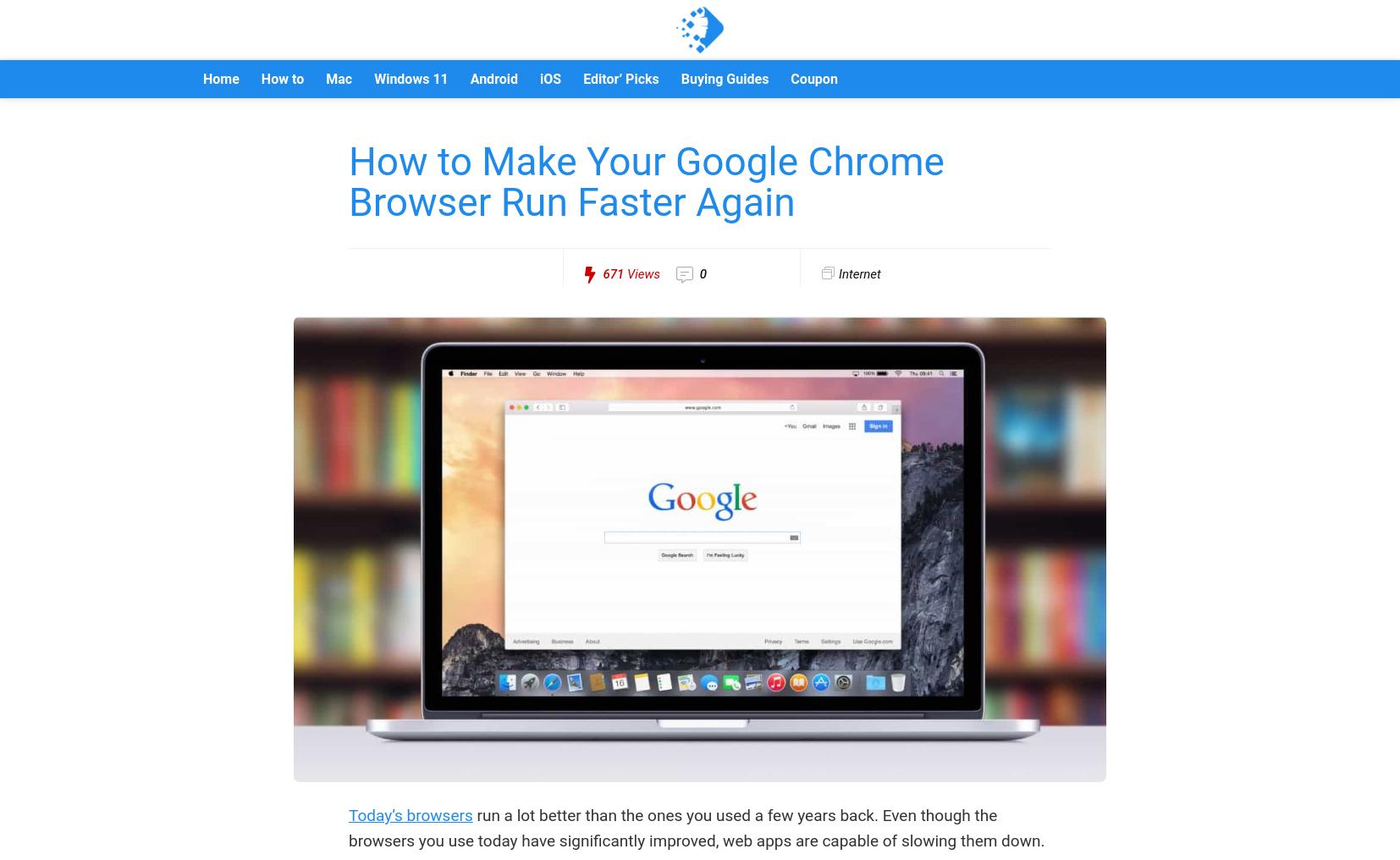 The image size is (1400, 860). I want to click on 'Today’s browsers', so click(410, 815).